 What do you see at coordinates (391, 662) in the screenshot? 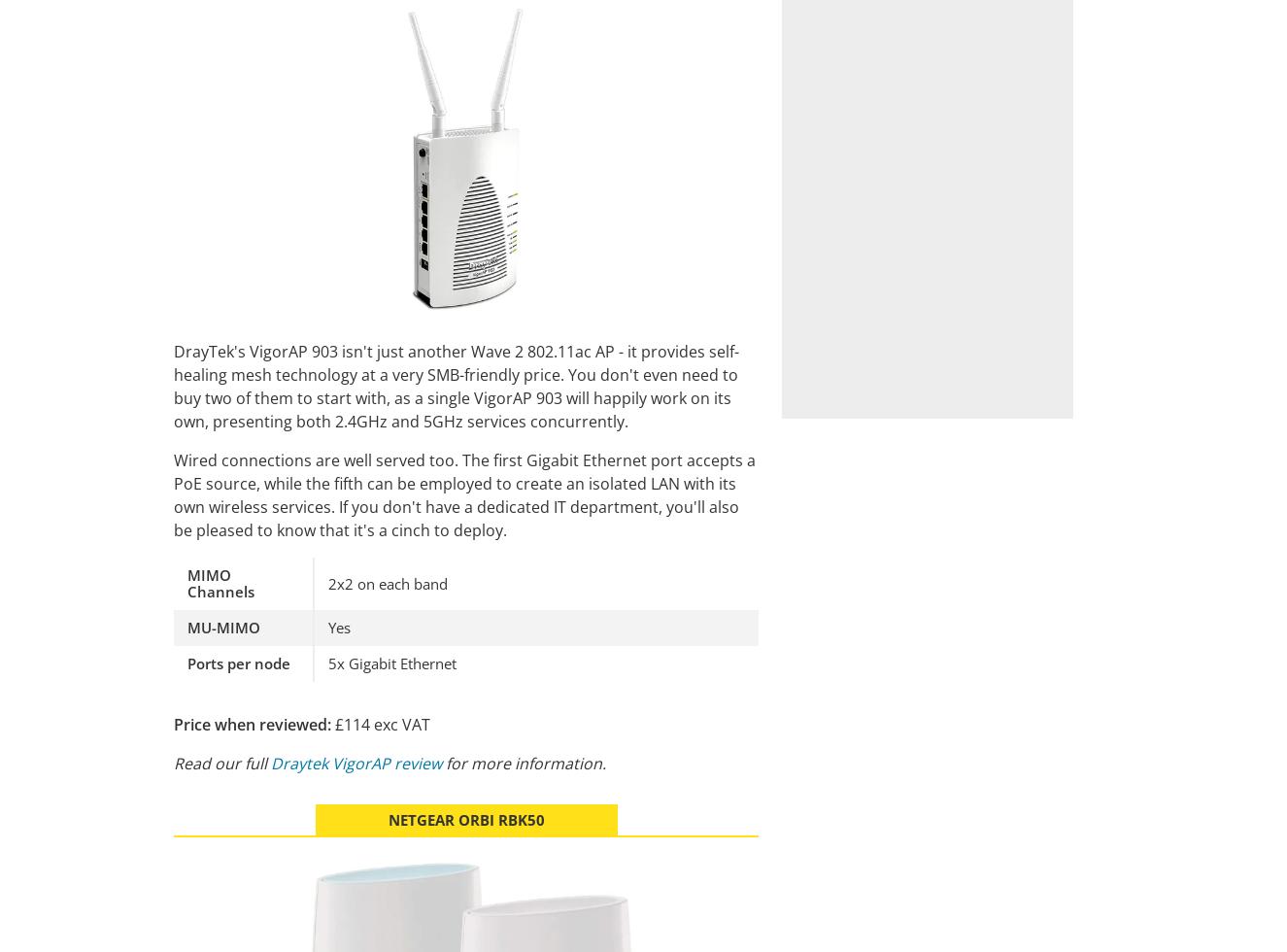
I see `'5x Gigabit Ethernet'` at bounding box center [391, 662].